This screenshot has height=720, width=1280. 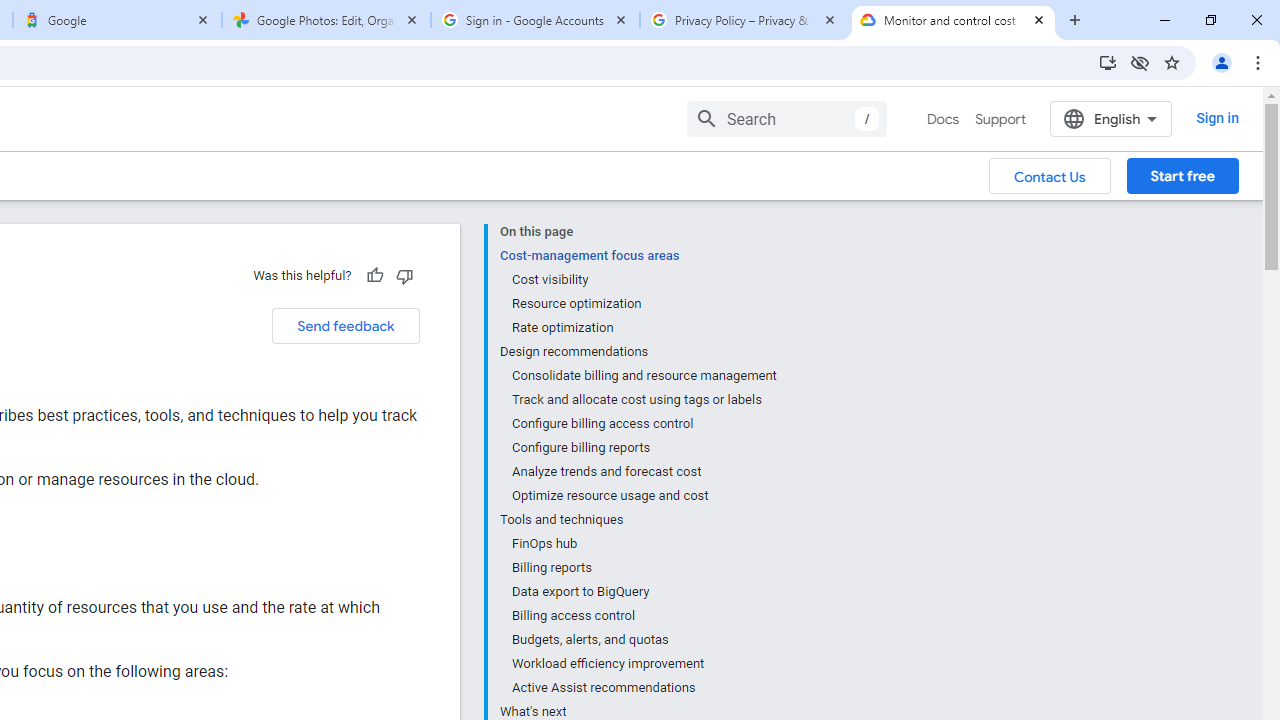 What do you see at coordinates (643, 543) in the screenshot?
I see `'FinOps hub'` at bounding box center [643, 543].